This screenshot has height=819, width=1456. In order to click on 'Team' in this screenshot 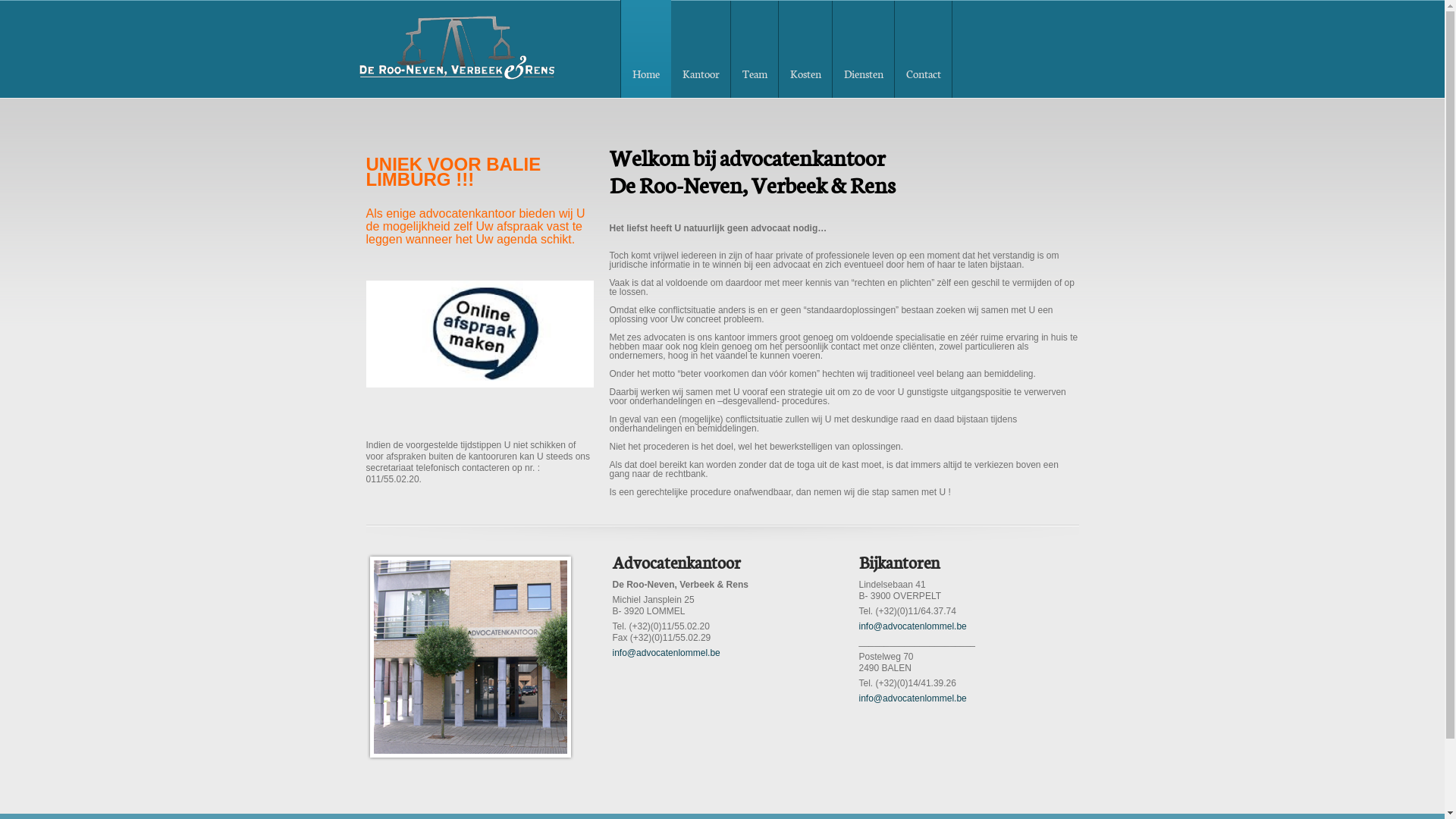, I will do `click(755, 48)`.